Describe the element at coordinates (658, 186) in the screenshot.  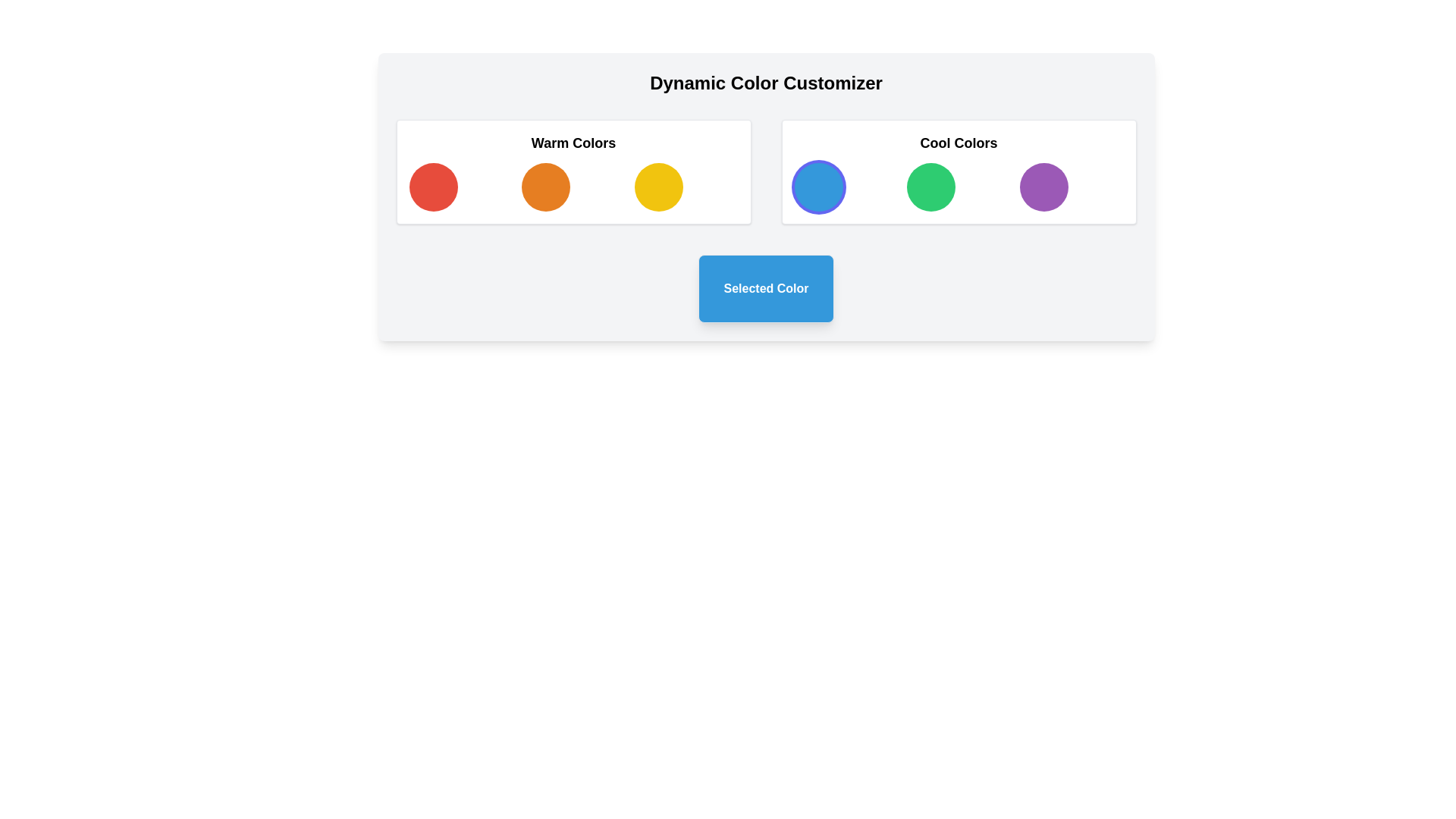
I see `the third button in the 'Warm Colors' section, located in the bottom row of a three-column grid` at that location.